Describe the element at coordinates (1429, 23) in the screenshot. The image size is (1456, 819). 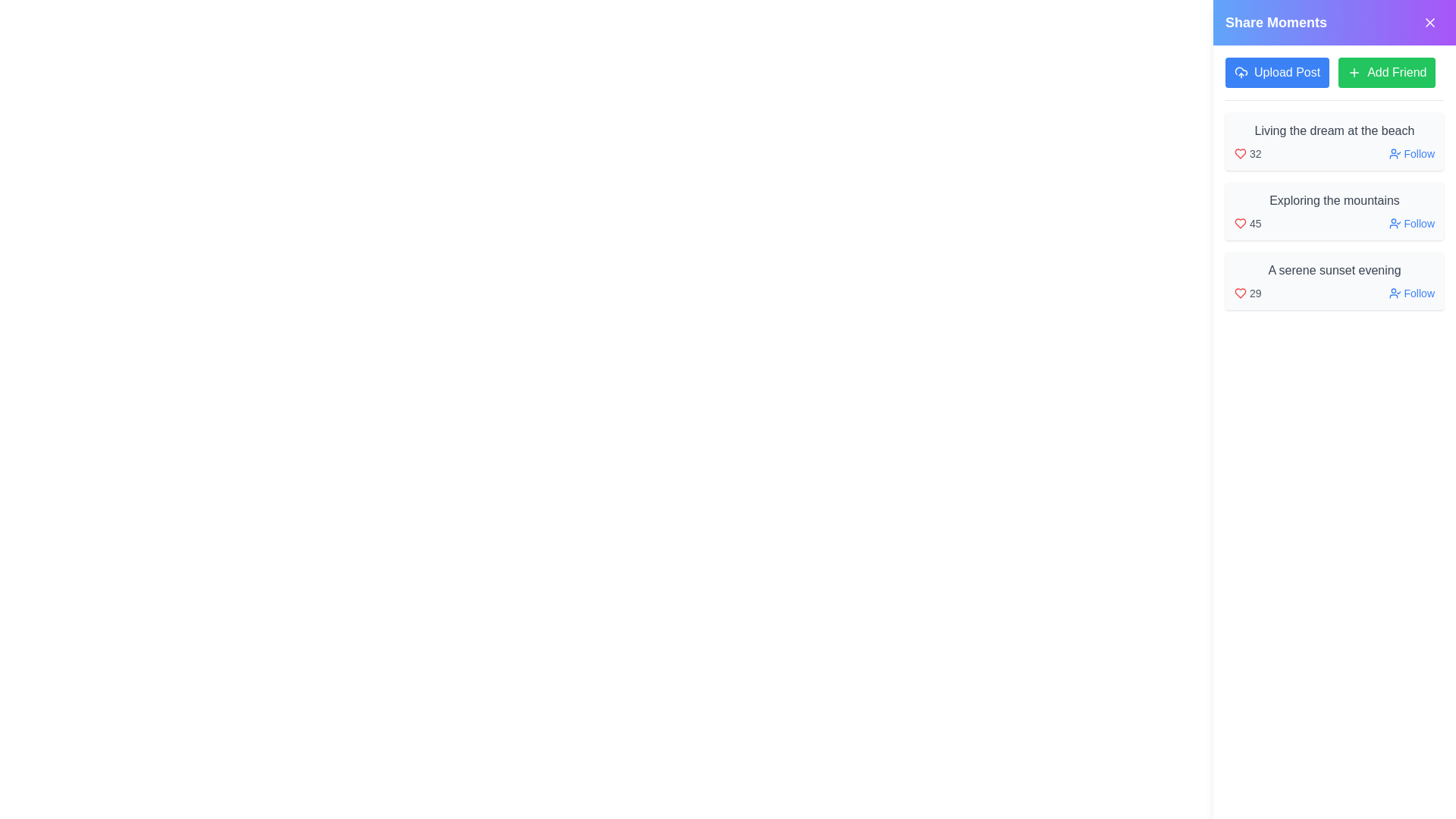
I see `the close or dismiss button located at the far top-right corner of the purple header in the 'Share Moments' panel` at that location.